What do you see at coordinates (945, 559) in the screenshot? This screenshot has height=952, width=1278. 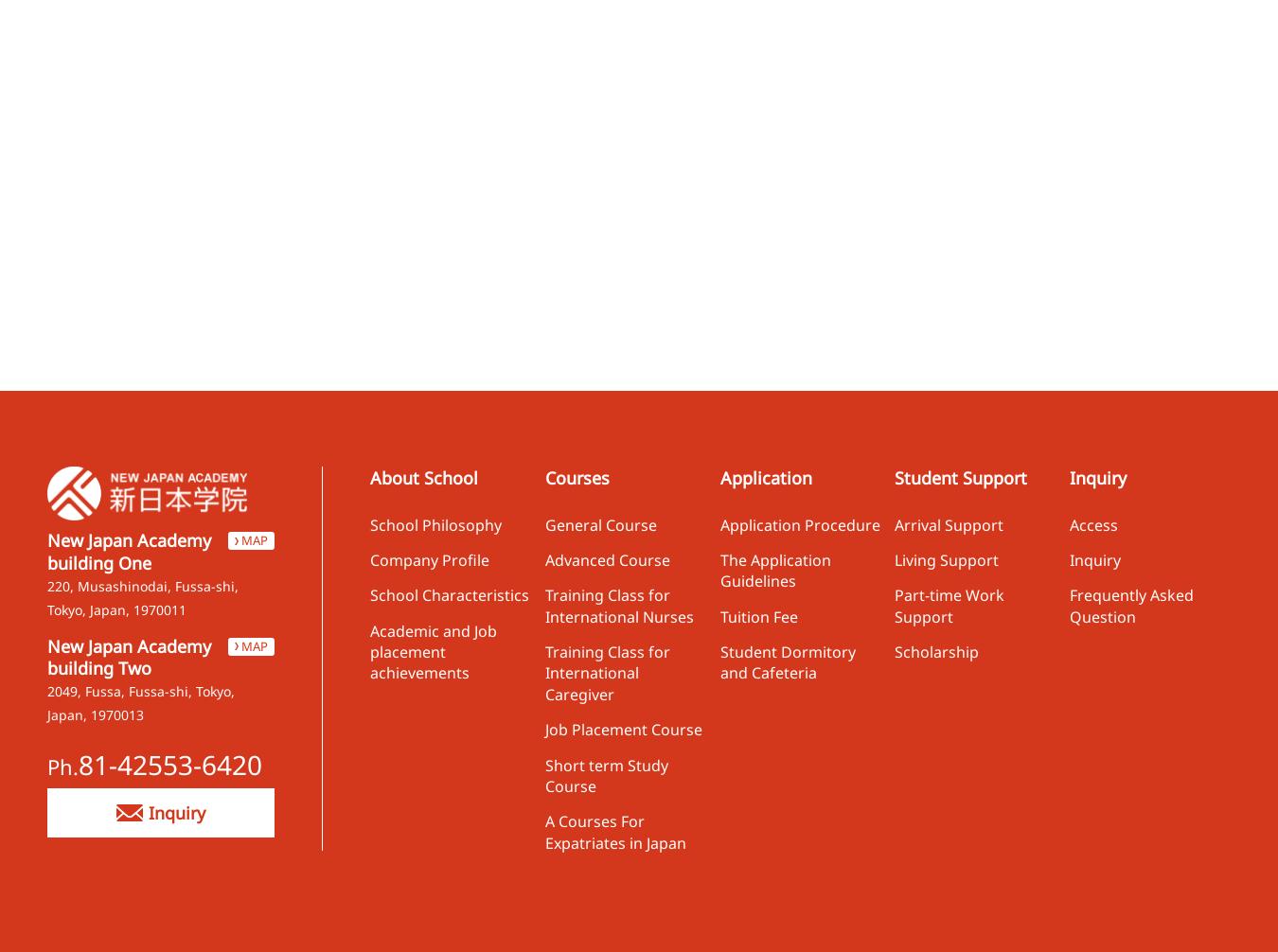 I see `'Living Support'` at bounding box center [945, 559].